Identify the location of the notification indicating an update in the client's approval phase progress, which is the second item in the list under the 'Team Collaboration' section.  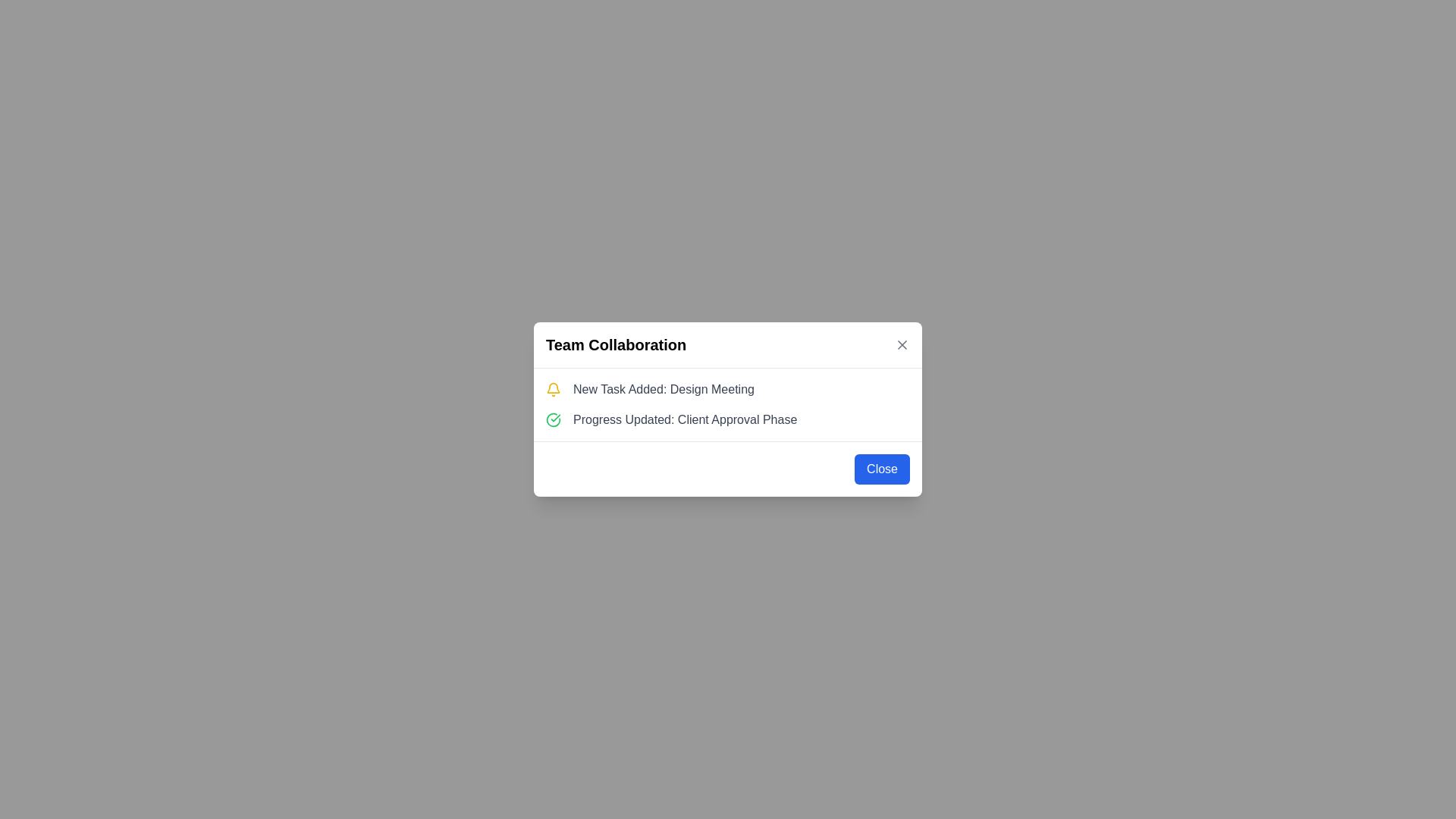
(728, 420).